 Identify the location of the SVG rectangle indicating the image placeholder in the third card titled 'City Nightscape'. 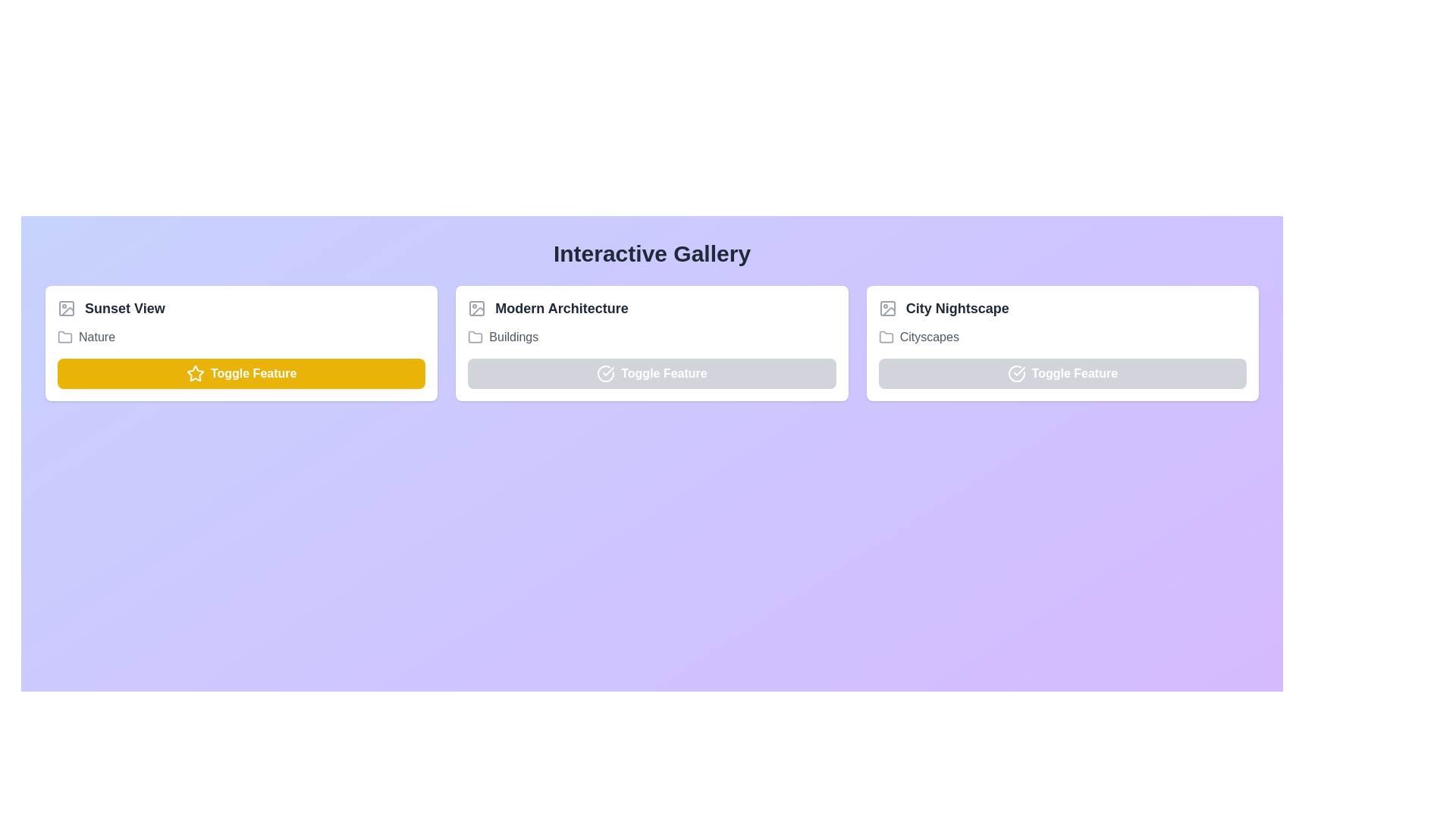
(887, 308).